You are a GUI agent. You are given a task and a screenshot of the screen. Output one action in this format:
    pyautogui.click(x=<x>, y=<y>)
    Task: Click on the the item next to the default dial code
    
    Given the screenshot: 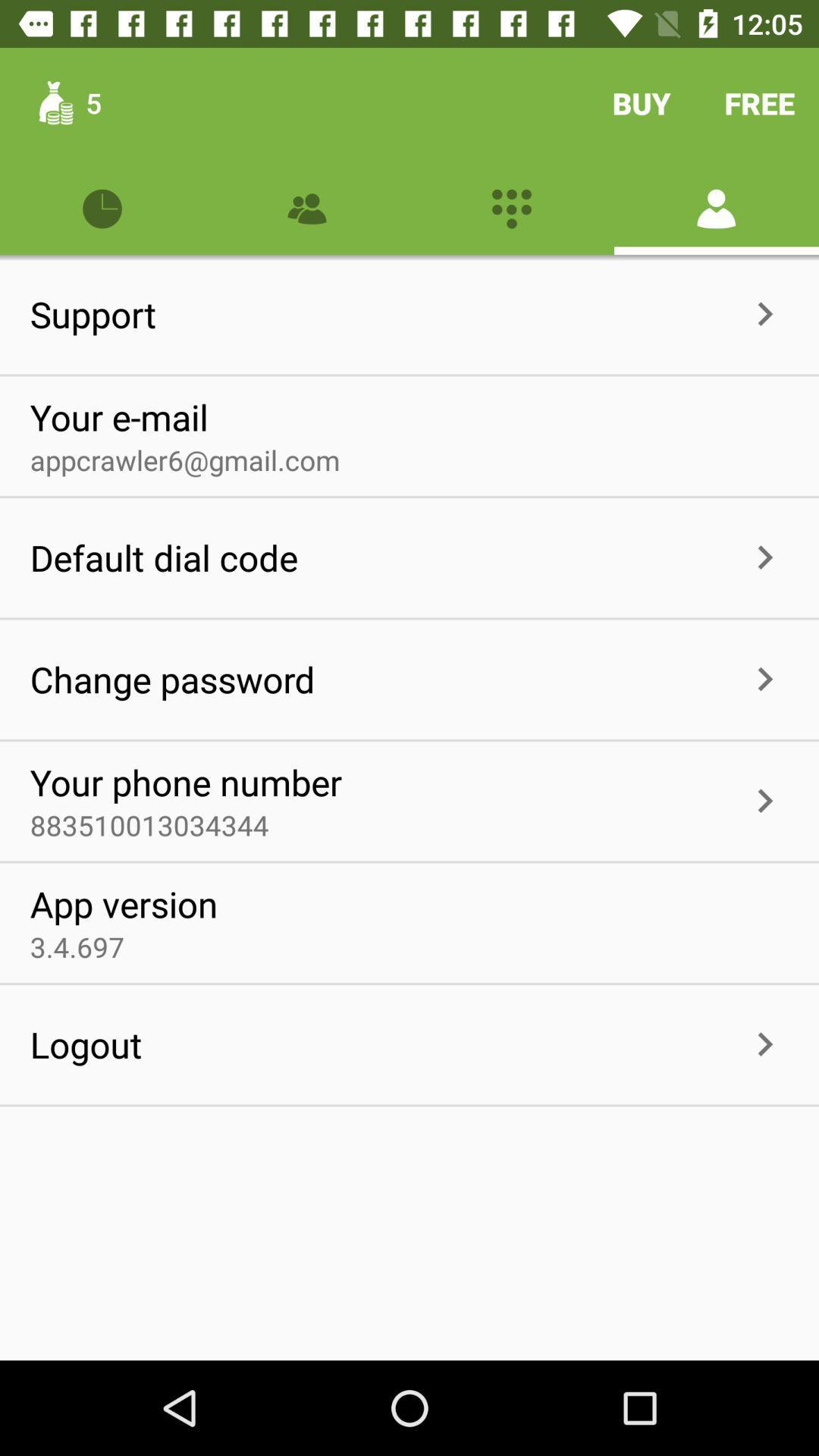 What is the action you would take?
    pyautogui.click(x=519, y=557)
    